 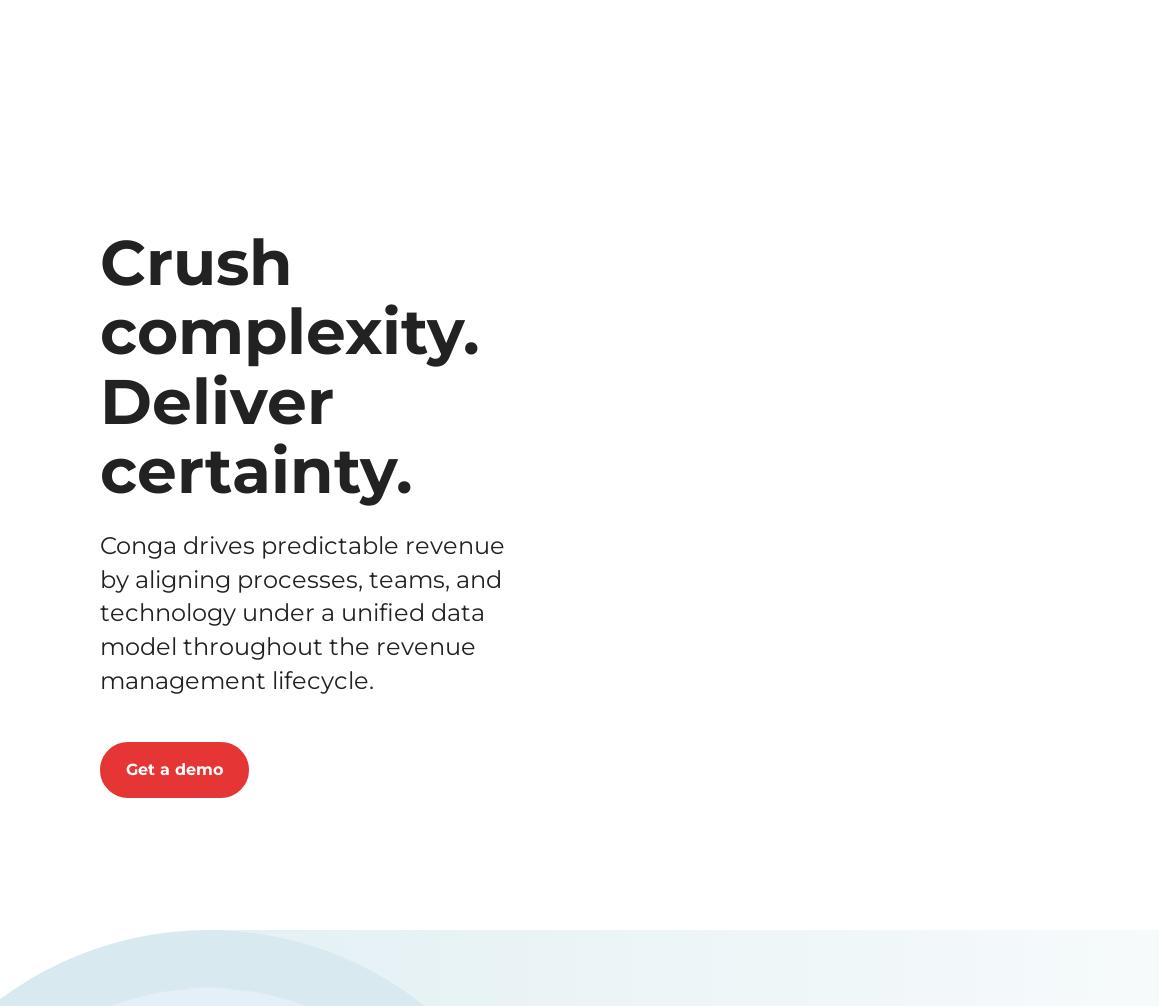 What do you see at coordinates (646, 347) in the screenshot?
I see `'Last name'` at bounding box center [646, 347].